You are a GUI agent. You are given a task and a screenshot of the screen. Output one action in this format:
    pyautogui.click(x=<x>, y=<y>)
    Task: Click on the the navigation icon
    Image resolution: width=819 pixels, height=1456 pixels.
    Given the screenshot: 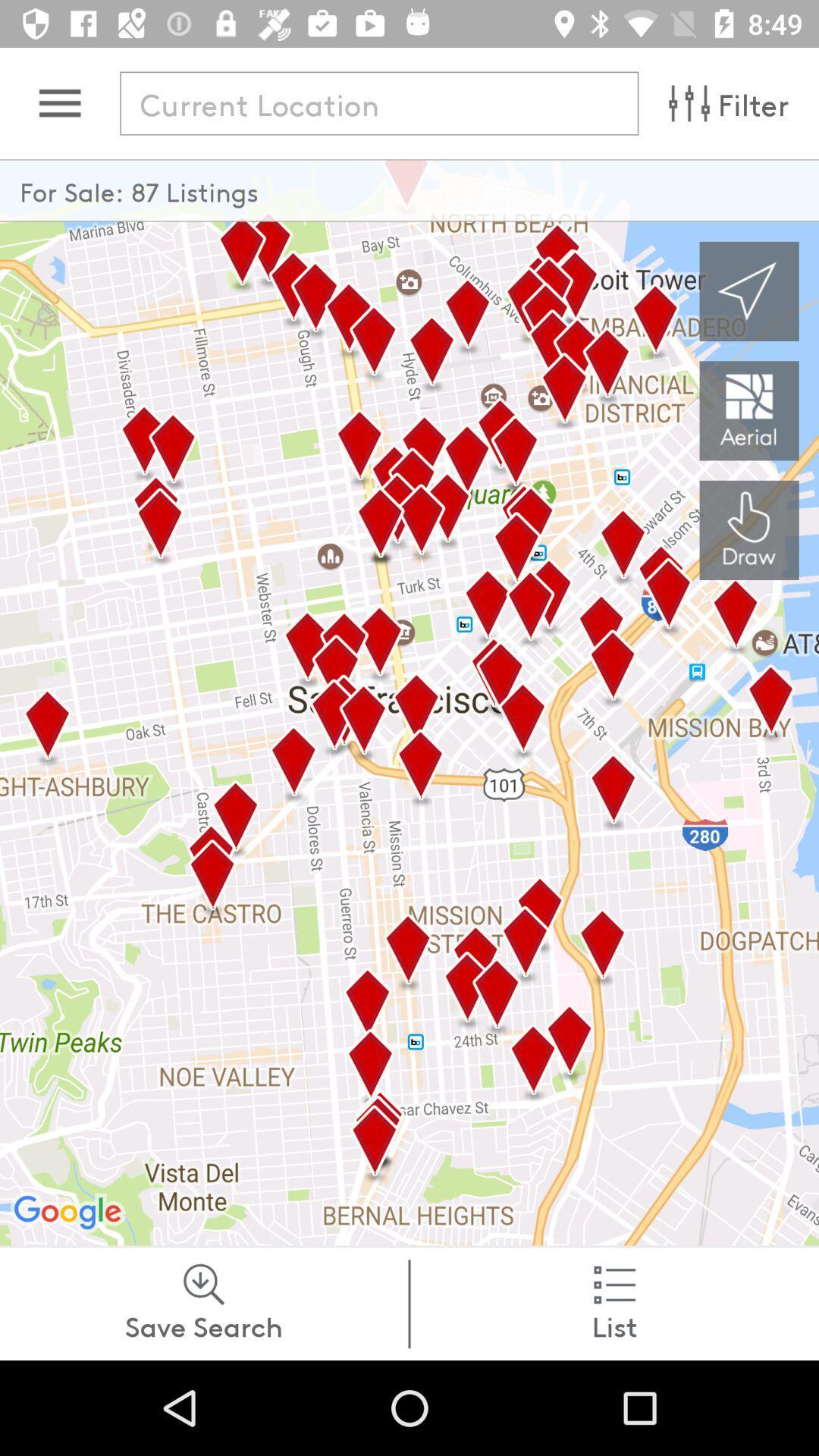 What is the action you would take?
    pyautogui.click(x=748, y=291)
    